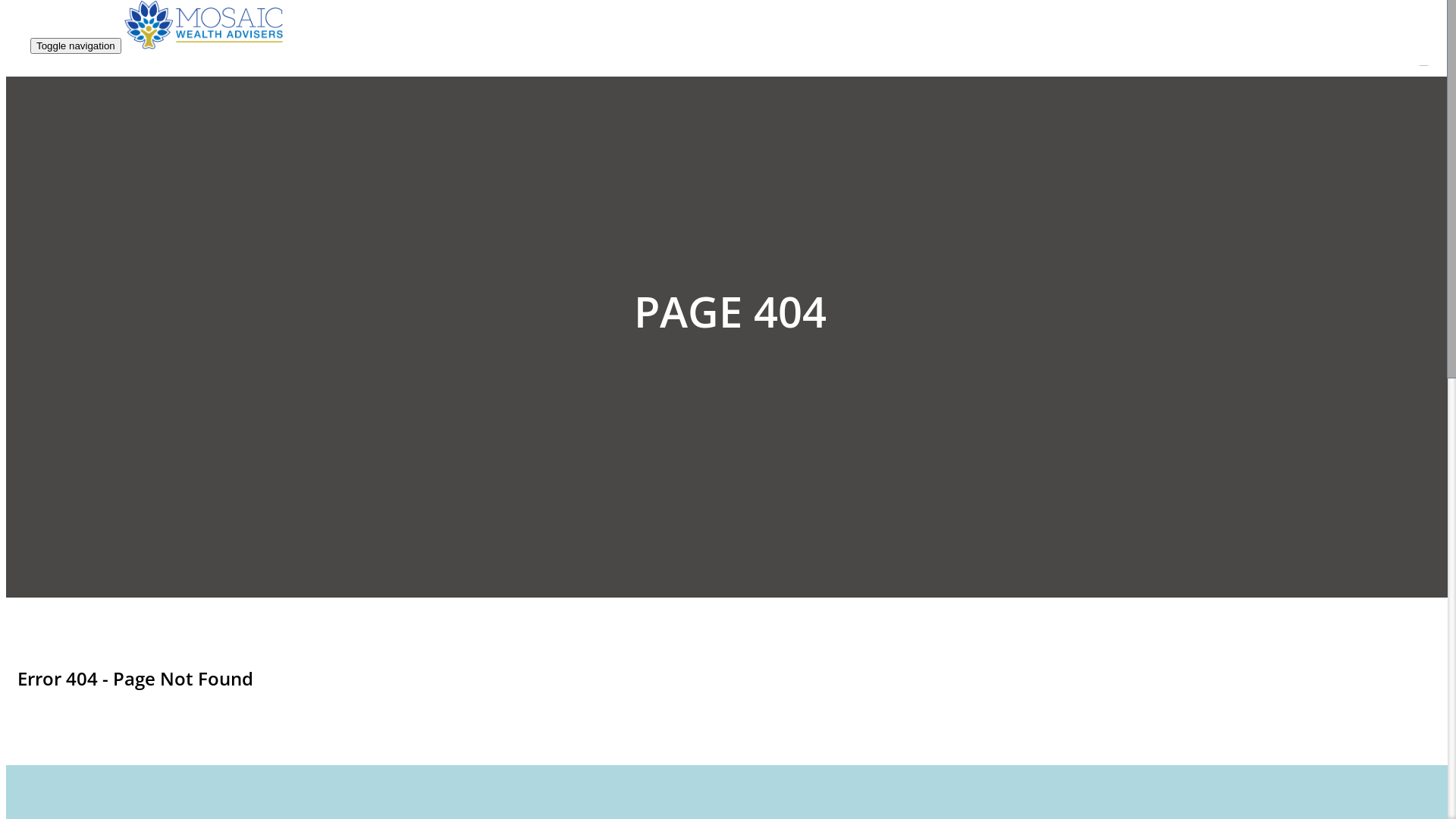 Image resolution: width=1456 pixels, height=819 pixels. Describe the element at coordinates (1073, 394) in the screenshot. I see `'Contact us'` at that location.